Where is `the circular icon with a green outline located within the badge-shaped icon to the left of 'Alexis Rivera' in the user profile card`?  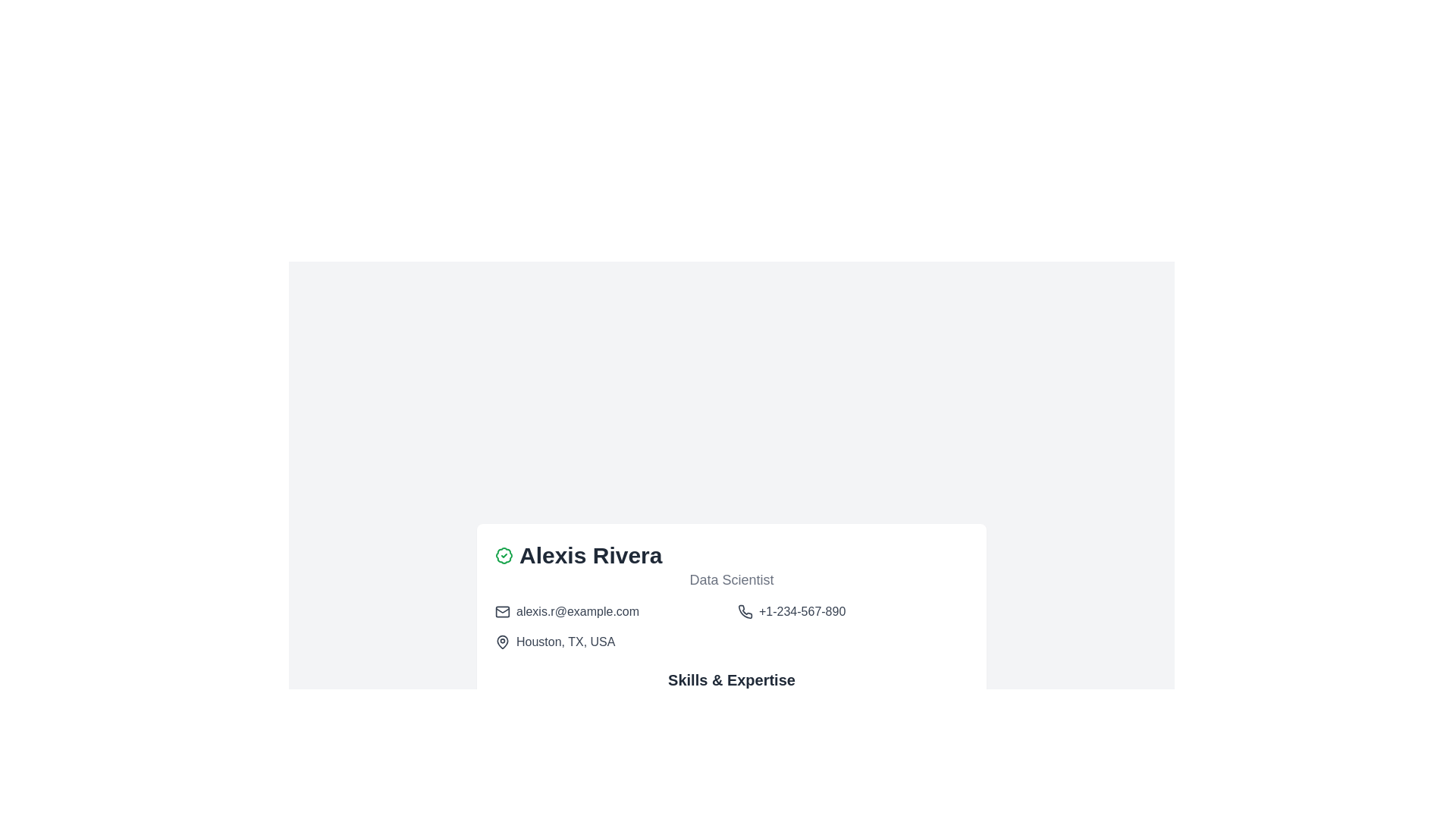
the circular icon with a green outline located within the badge-shaped icon to the left of 'Alexis Rivera' in the user profile card is located at coordinates (504, 555).